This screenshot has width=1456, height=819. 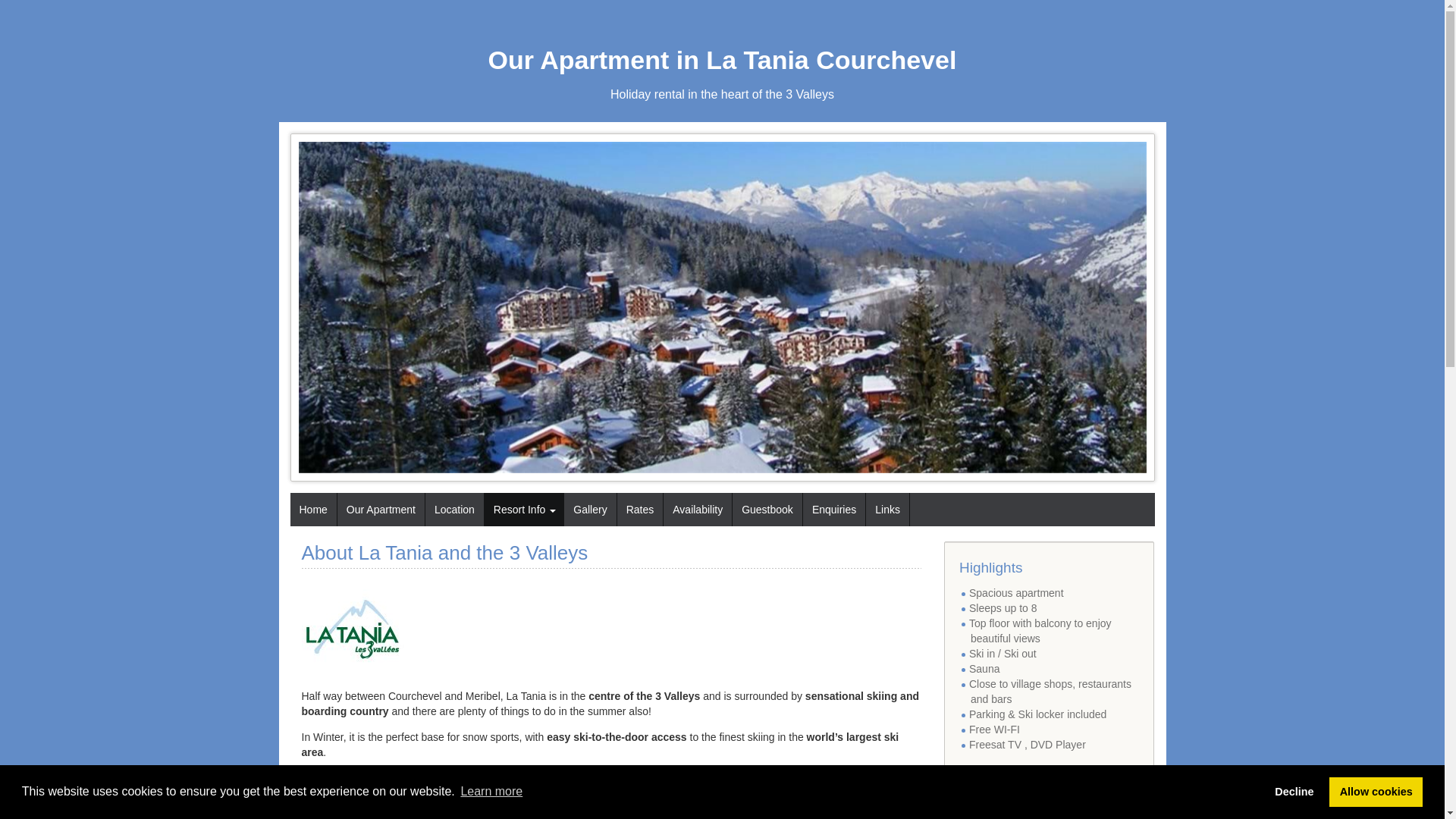 What do you see at coordinates (381, 509) in the screenshot?
I see `'Our Apartment'` at bounding box center [381, 509].